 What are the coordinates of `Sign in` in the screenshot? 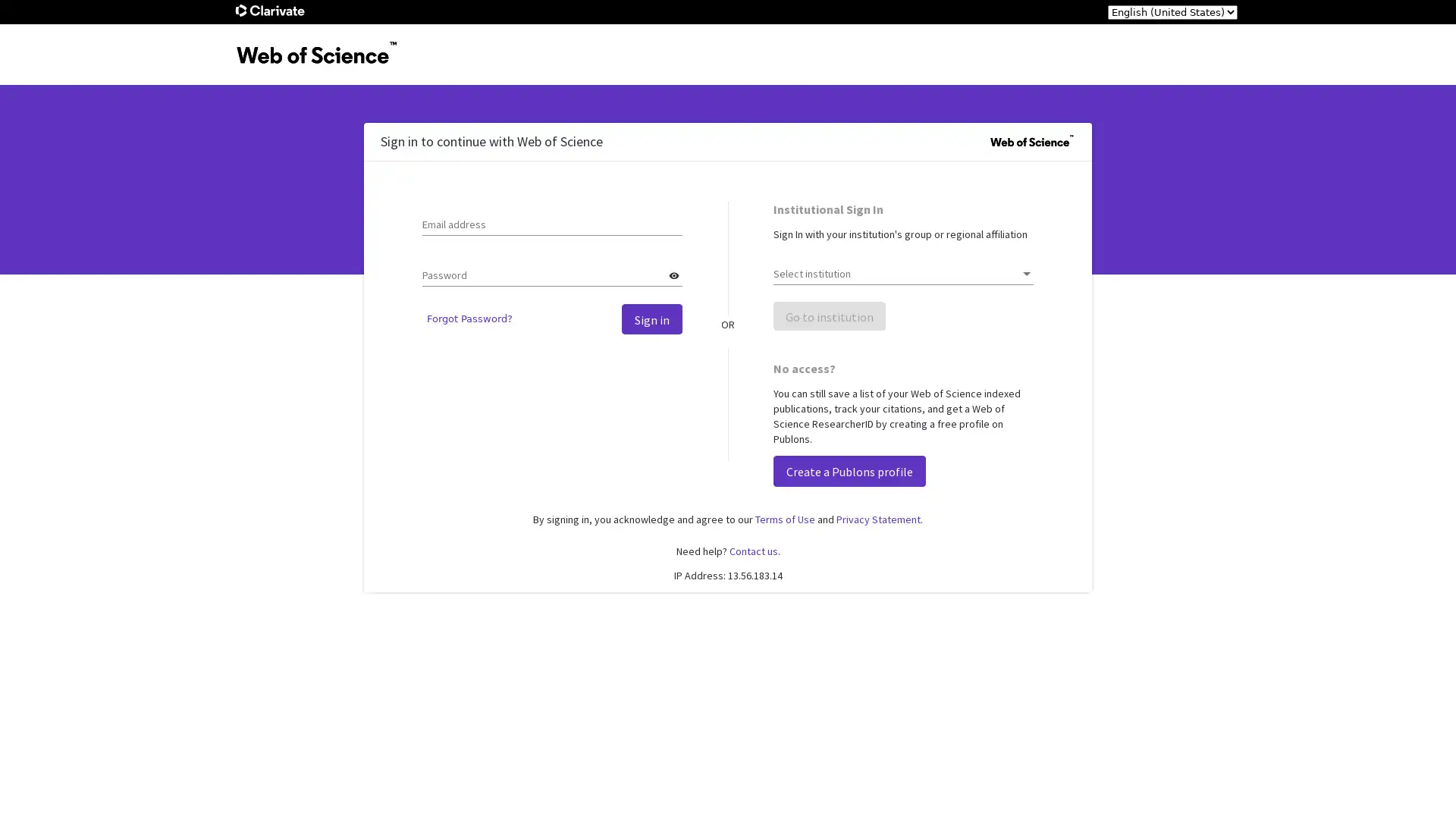 It's located at (651, 318).